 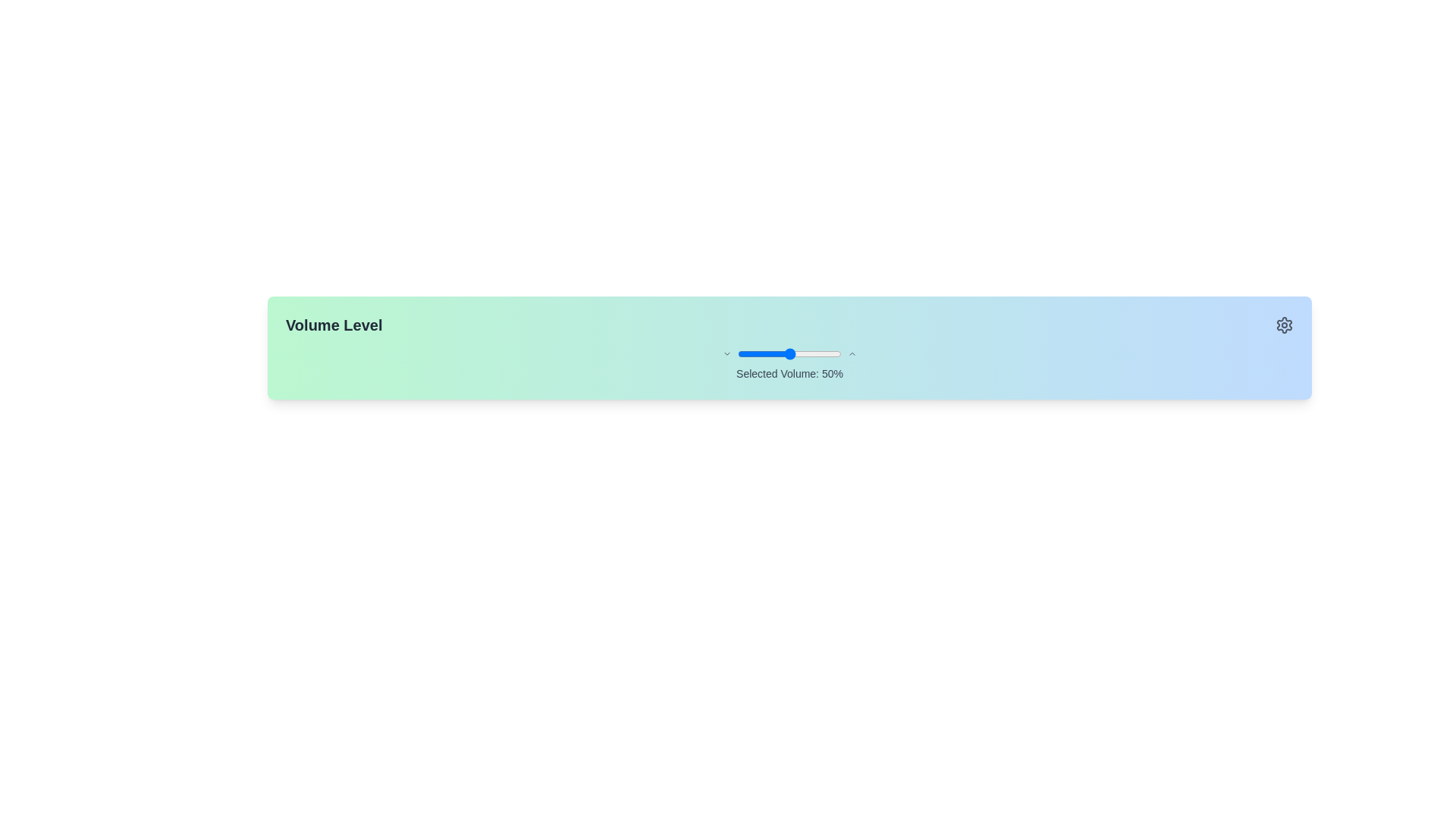 I want to click on the slider value, so click(x=795, y=353).